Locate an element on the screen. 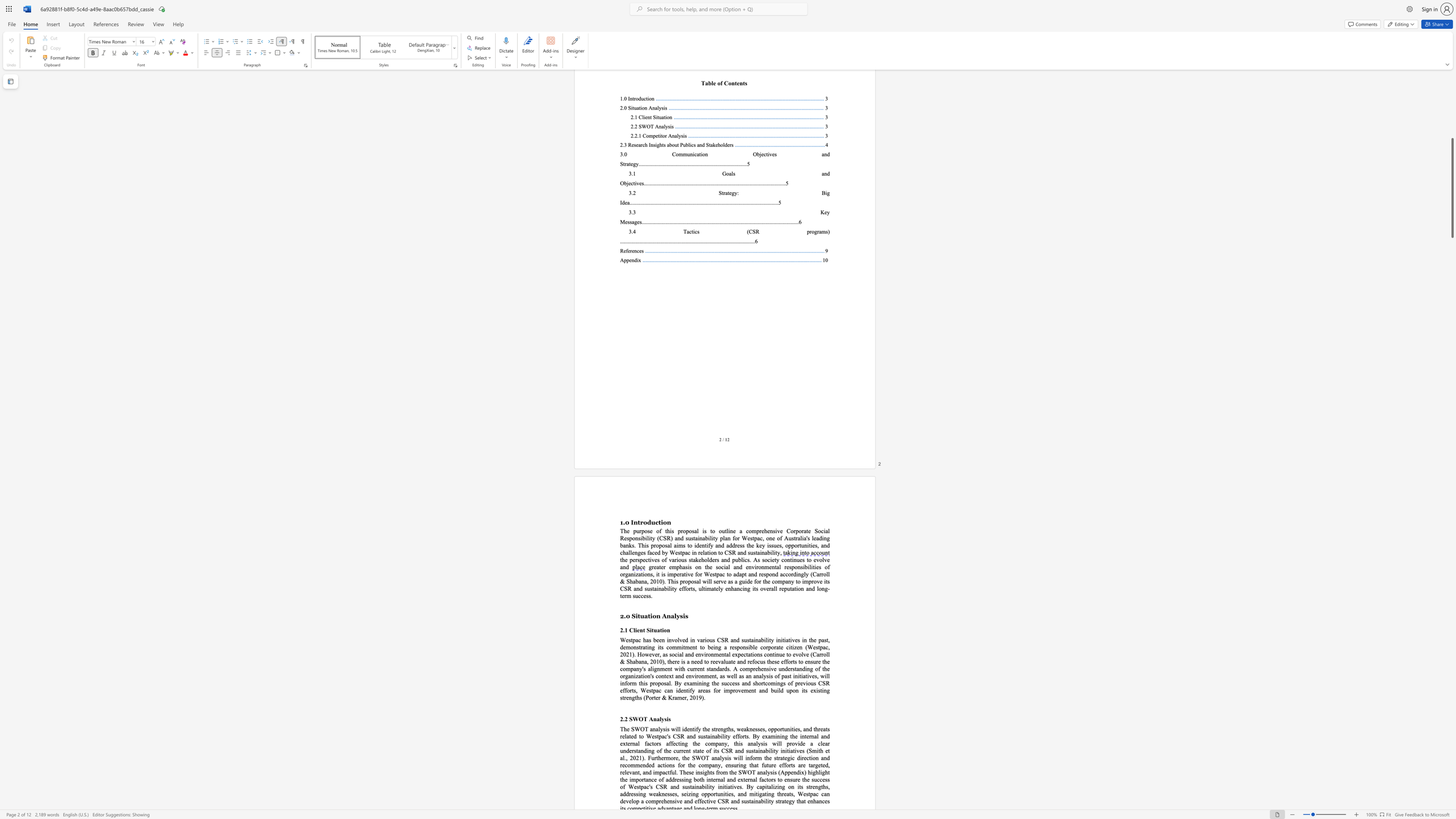  the subset text "troduction" within the text "1.0 Introduction" is located at coordinates (637, 522).